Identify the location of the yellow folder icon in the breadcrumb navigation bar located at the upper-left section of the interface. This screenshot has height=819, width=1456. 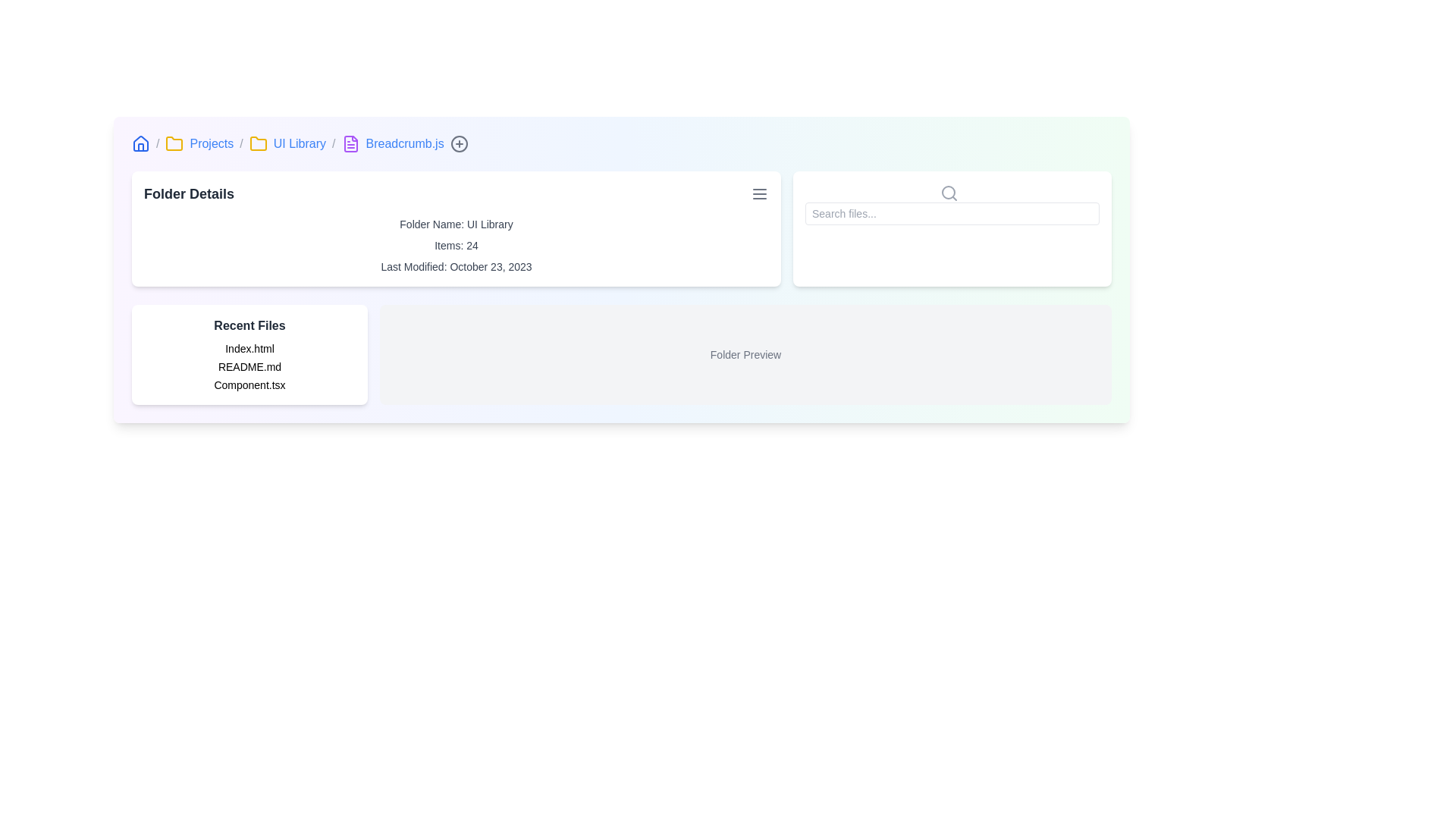
(258, 143).